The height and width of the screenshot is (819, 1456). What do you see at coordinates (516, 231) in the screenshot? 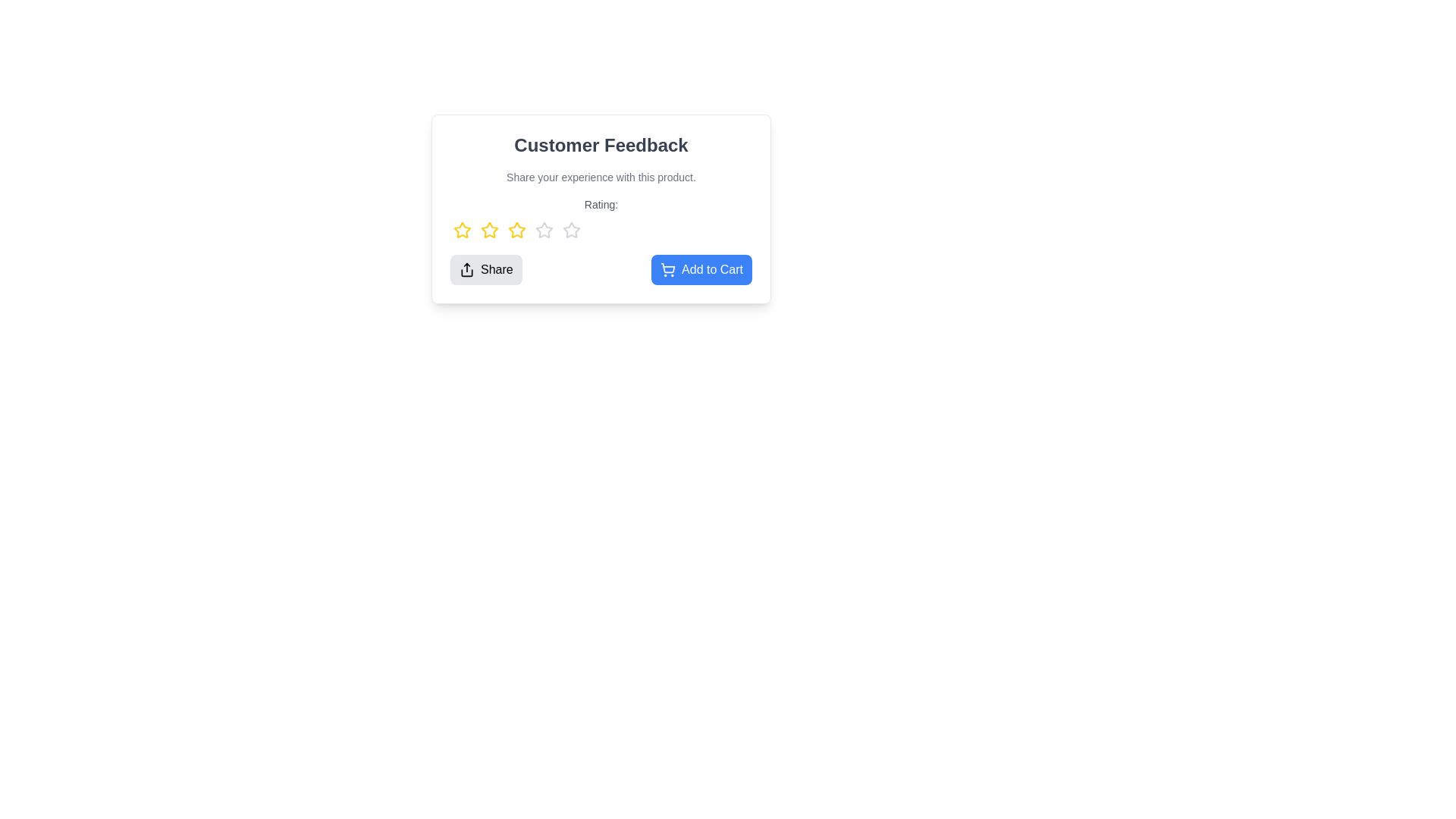
I see `the star corresponding to the desired rating value 3` at bounding box center [516, 231].